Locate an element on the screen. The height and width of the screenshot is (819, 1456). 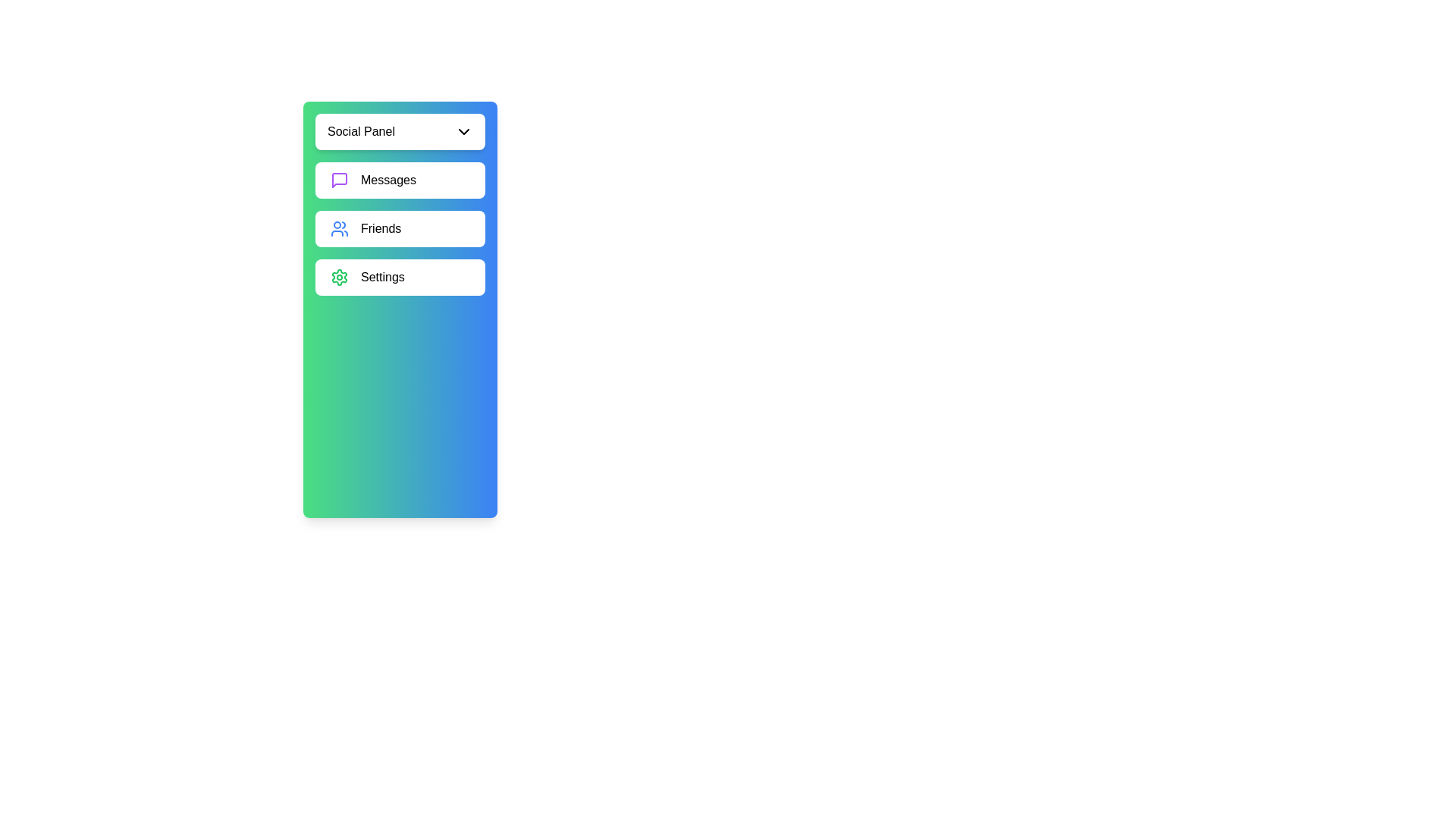
the 'Messages' item in the SocialSidebar is located at coordinates (400, 180).